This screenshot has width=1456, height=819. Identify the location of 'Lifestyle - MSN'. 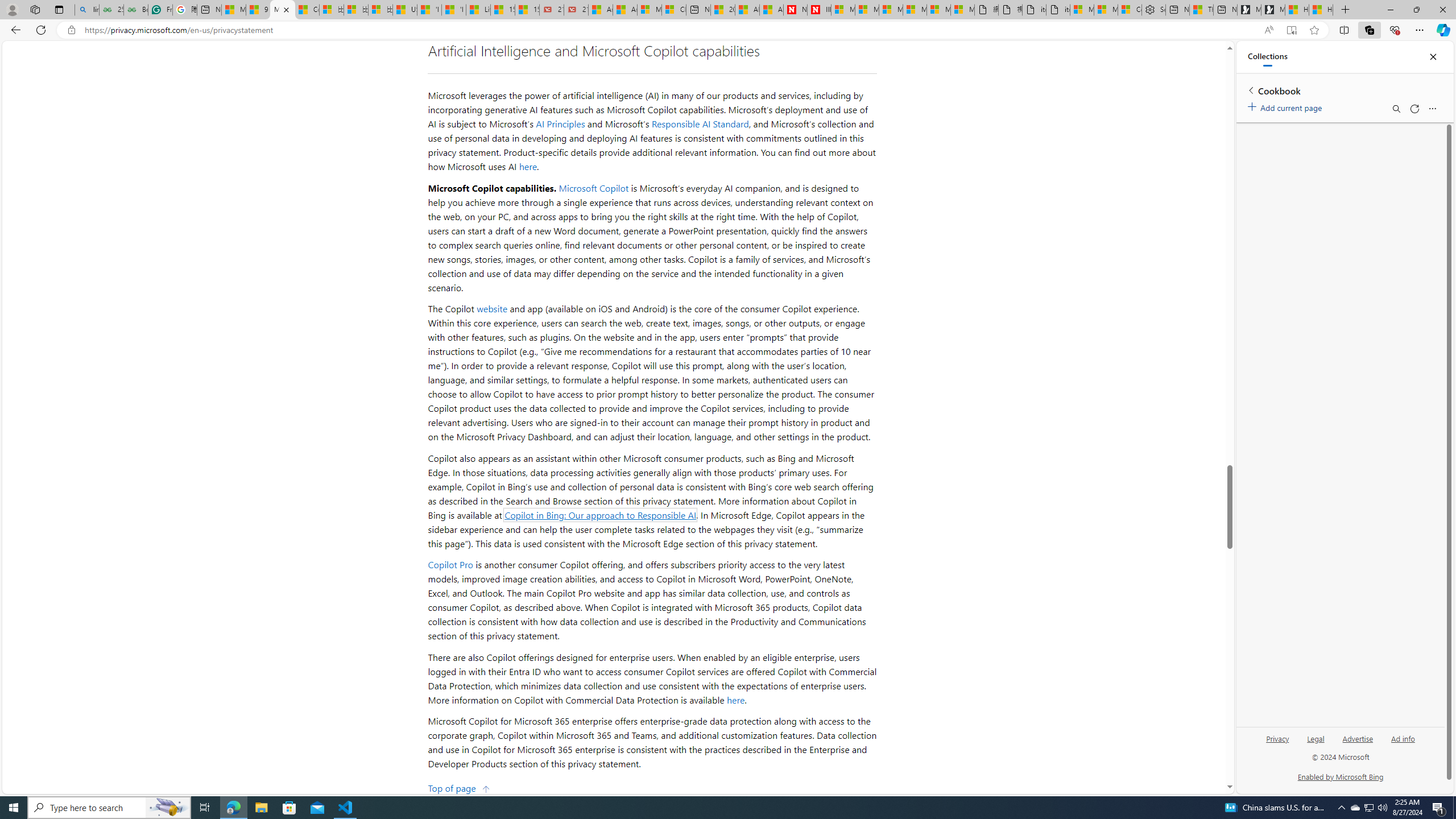
(477, 9).